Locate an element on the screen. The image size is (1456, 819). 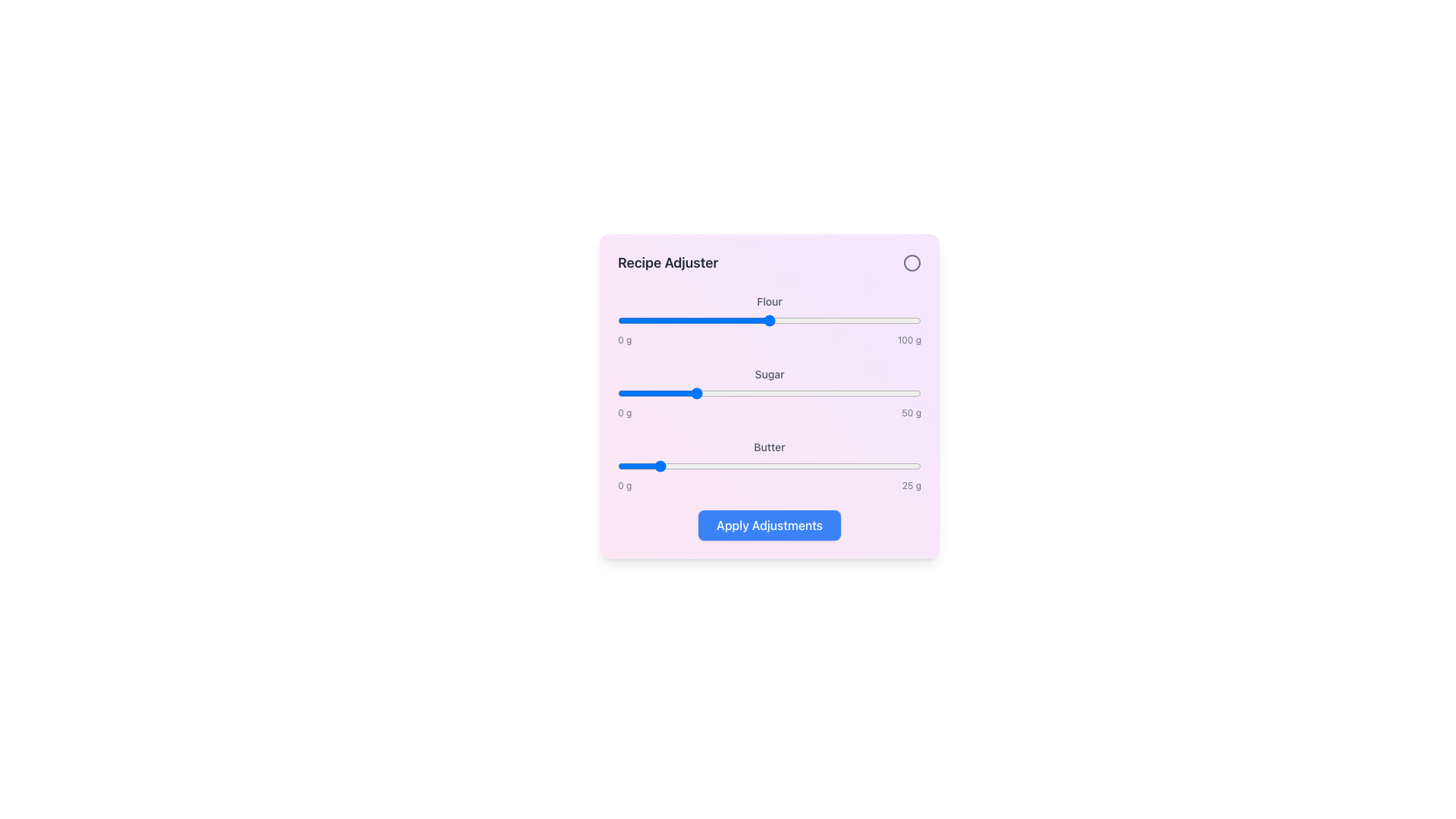
the flour amount is located at coordinates (899, 320).